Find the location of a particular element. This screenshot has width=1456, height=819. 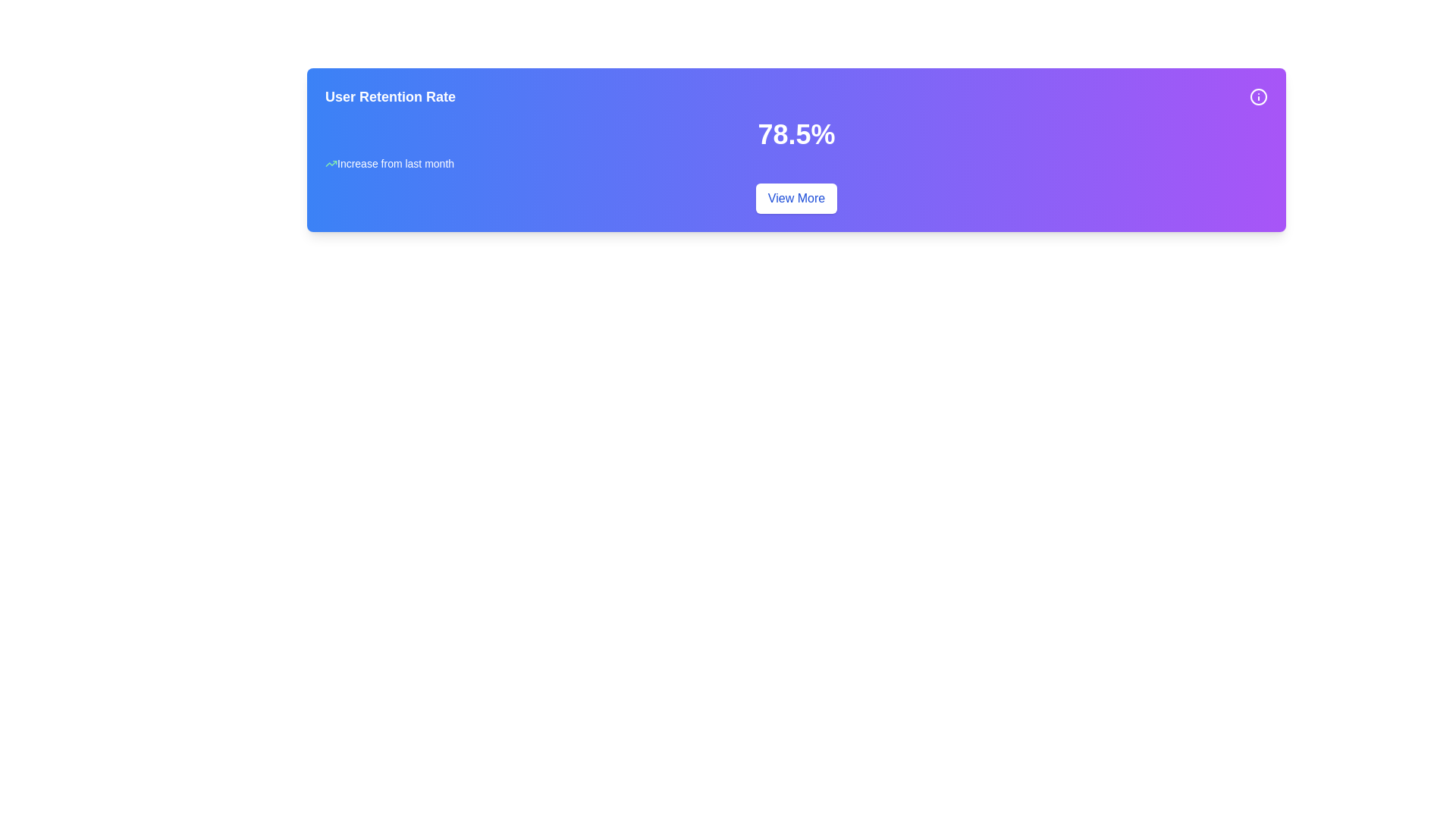

the informational UI component displaying the performance metric '78.5%' with the text 'Increase from last month' beneath it, which is centrally located within its card UI is located at coordinates (795, 146).